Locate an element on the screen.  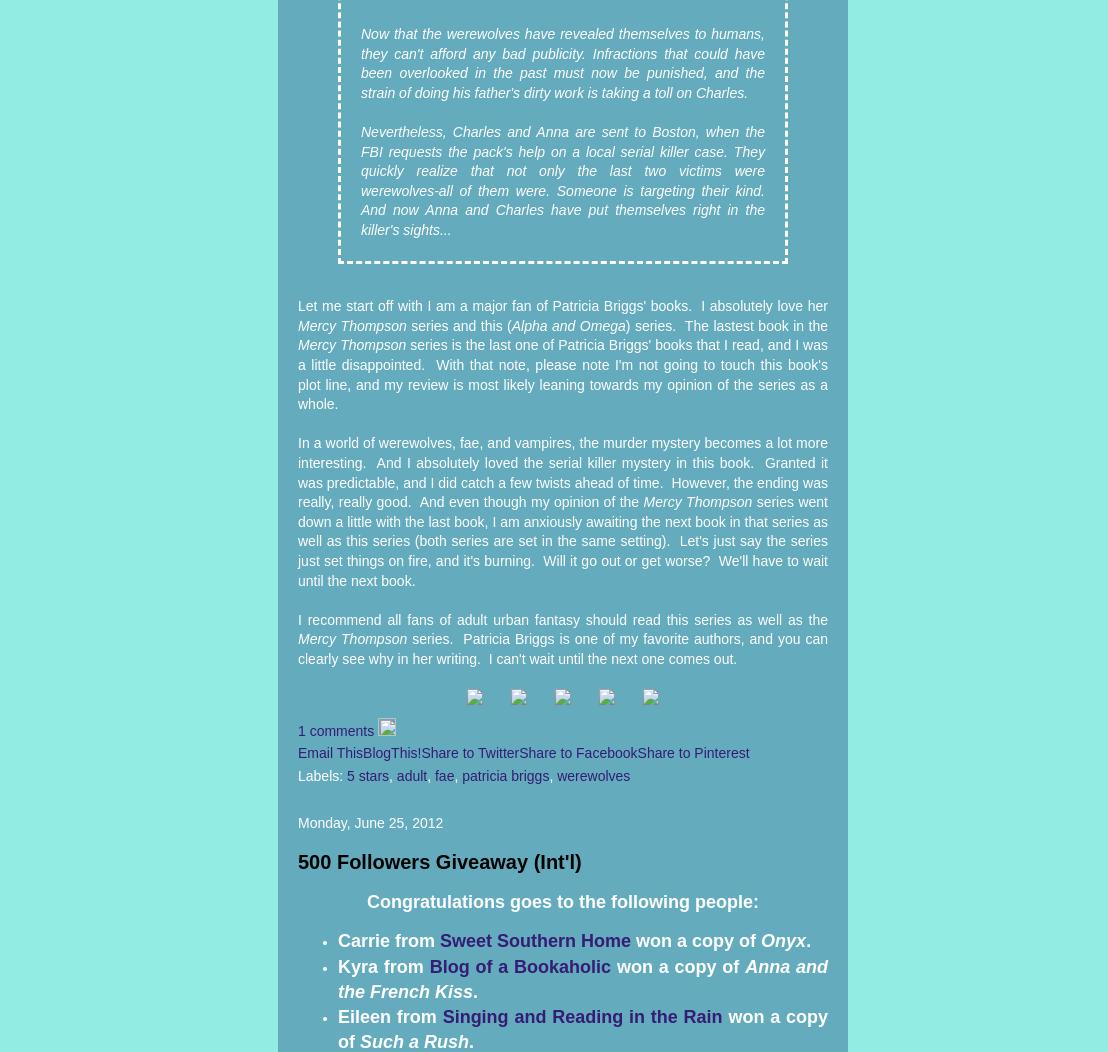
'1 comments' is located at coordinates (334, 729).